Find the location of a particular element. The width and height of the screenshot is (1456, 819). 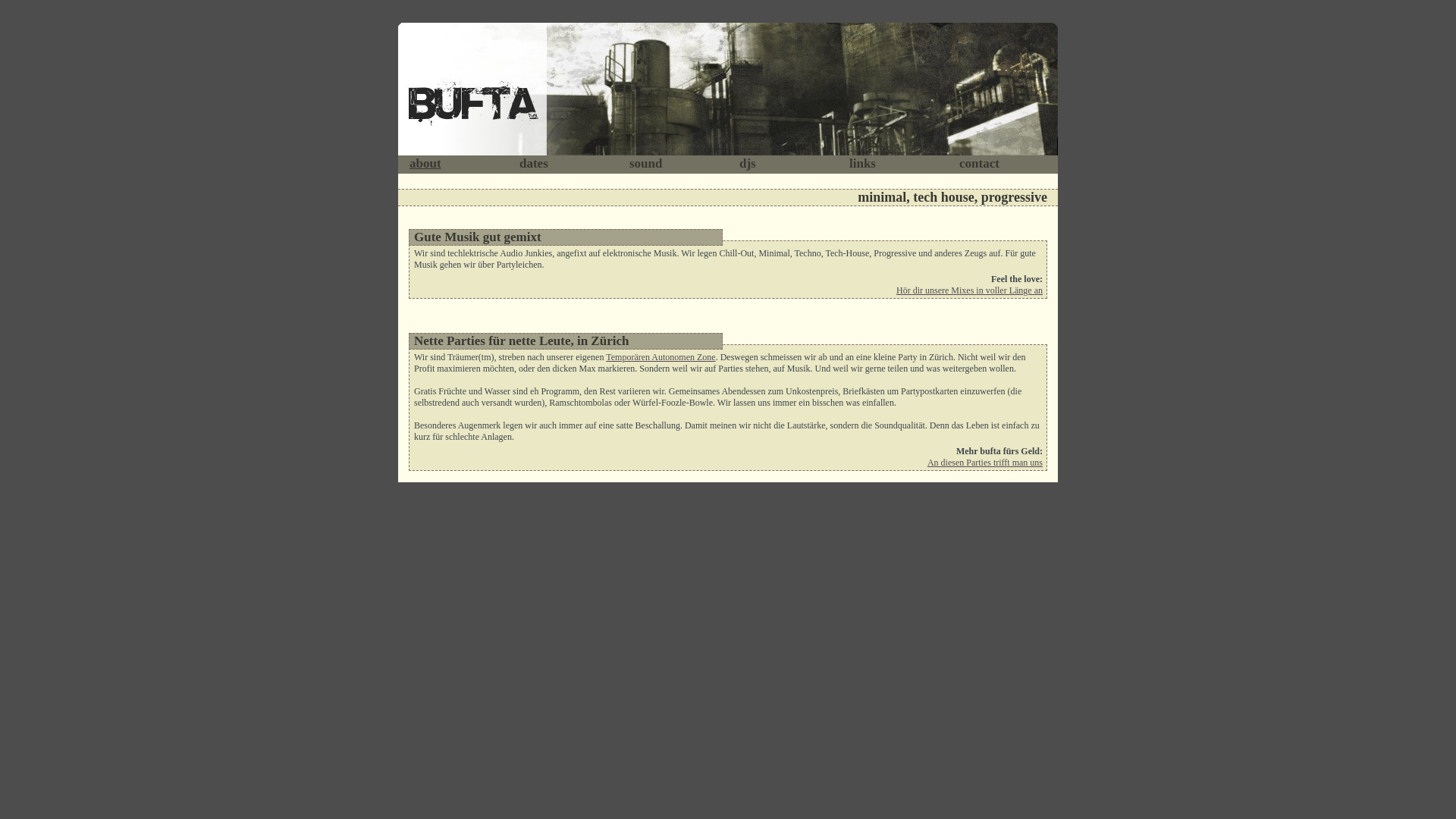

'about' is located at coordinates (425, 163).